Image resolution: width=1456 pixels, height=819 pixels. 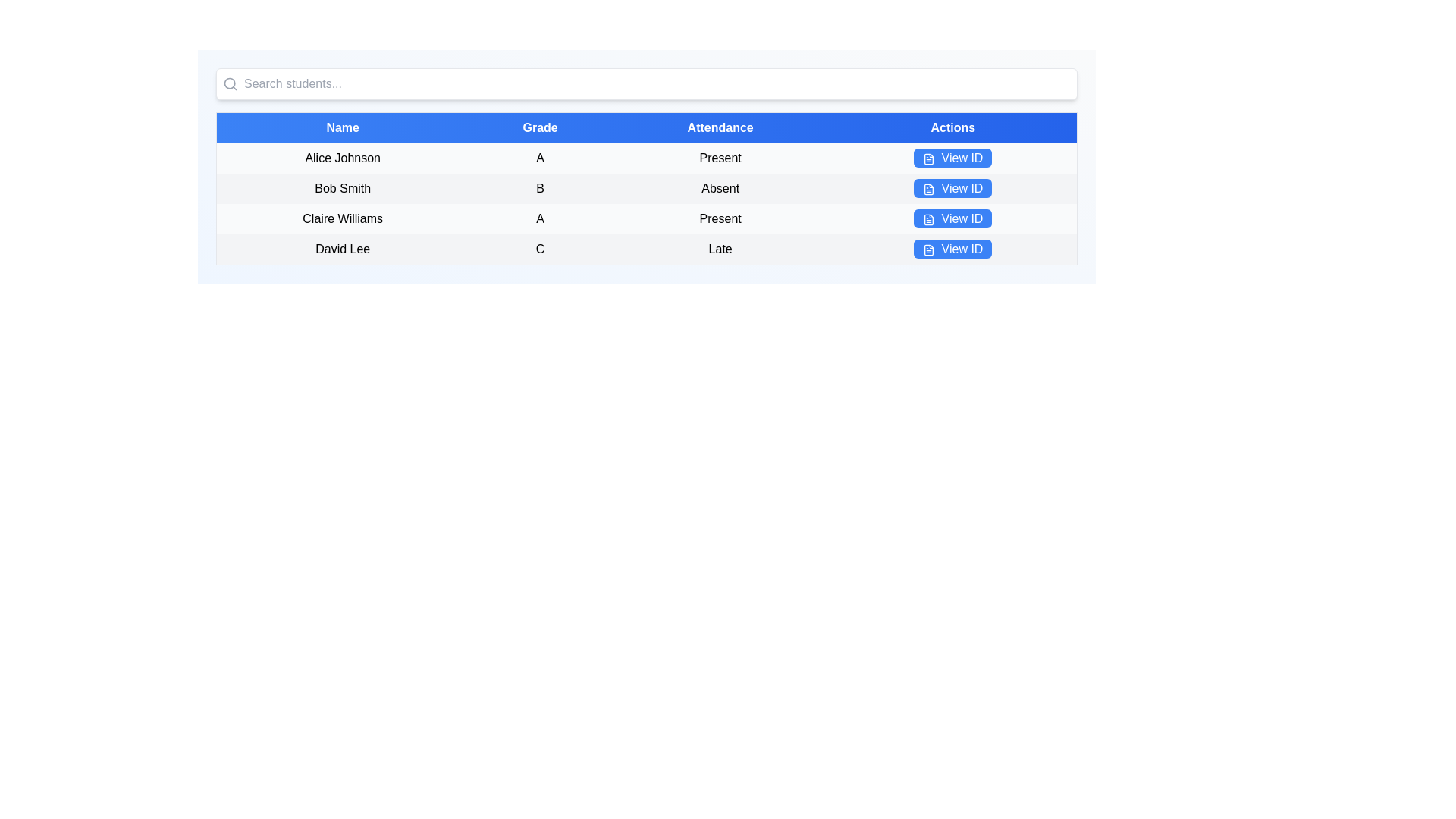 I want to click on the grade or rating text assigned to 'David Lee' in the third column of the table, so click(x=540, y=249).